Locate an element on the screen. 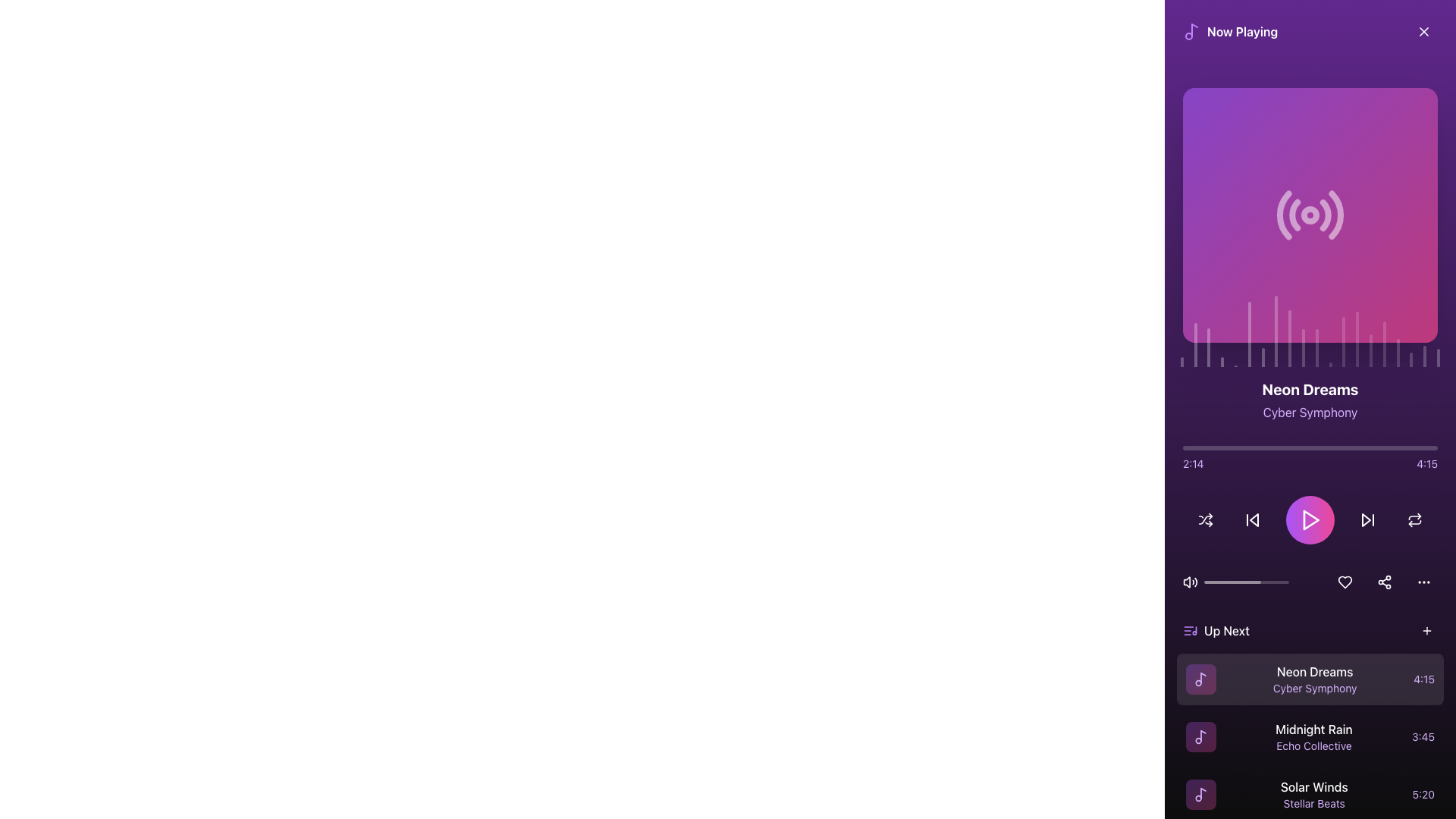 This screenshot has width=1456, height=819. the '+' icon button located in the 'Up Next' section of the application is located at coordinates (1426, 631).